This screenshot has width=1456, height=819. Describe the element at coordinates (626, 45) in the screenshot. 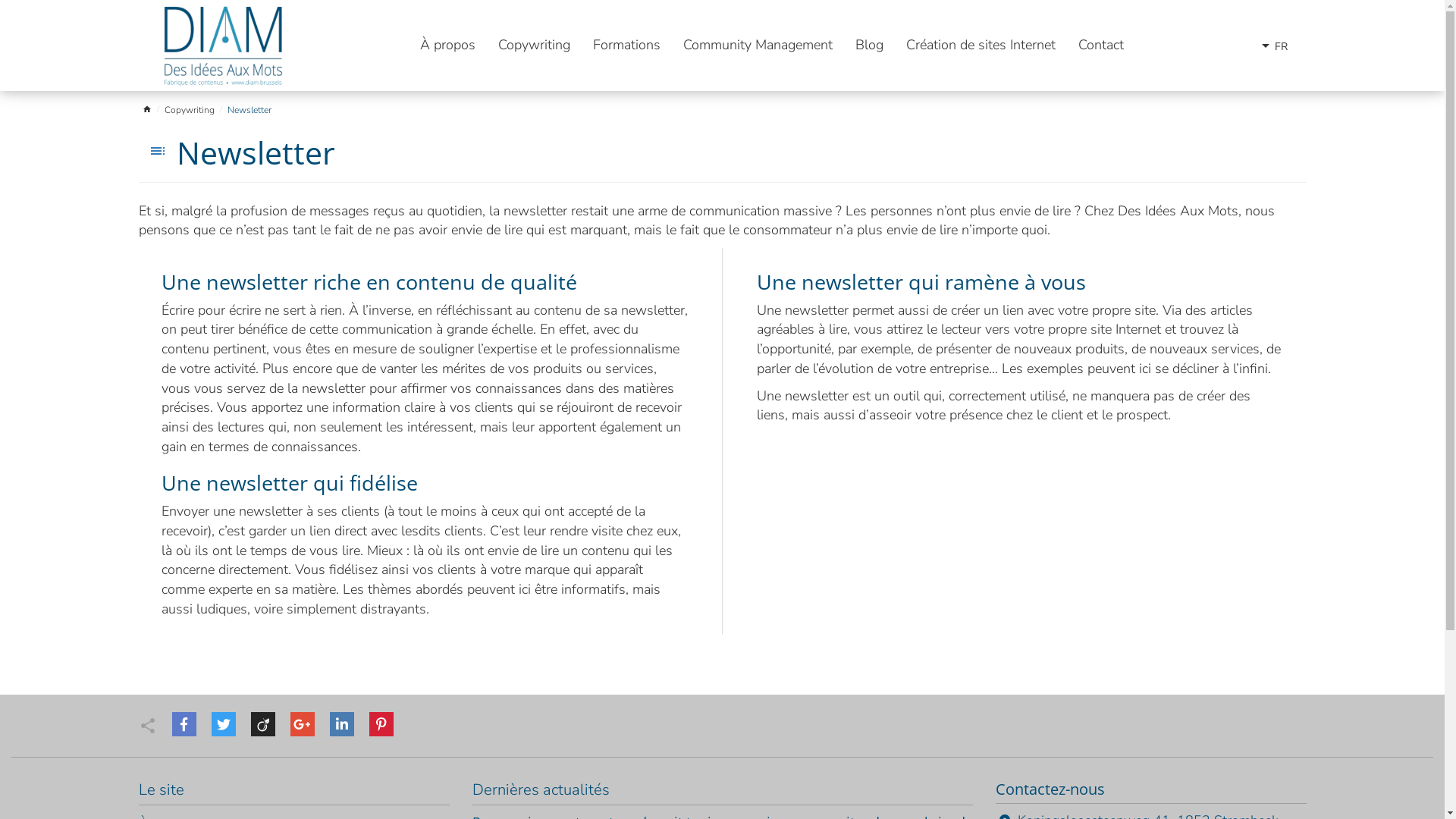

I see `'Formations'` at that location.